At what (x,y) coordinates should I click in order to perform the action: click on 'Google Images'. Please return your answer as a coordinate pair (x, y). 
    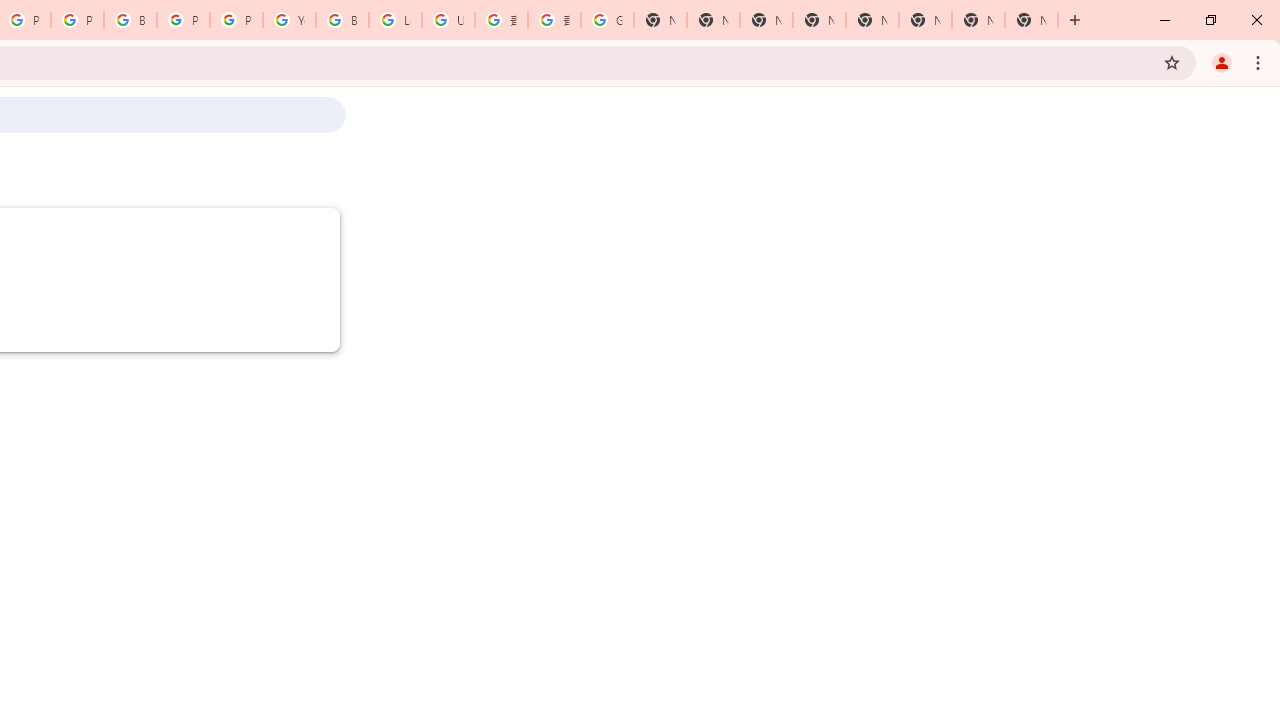
    Looking at the image, I should click on (606, 20).